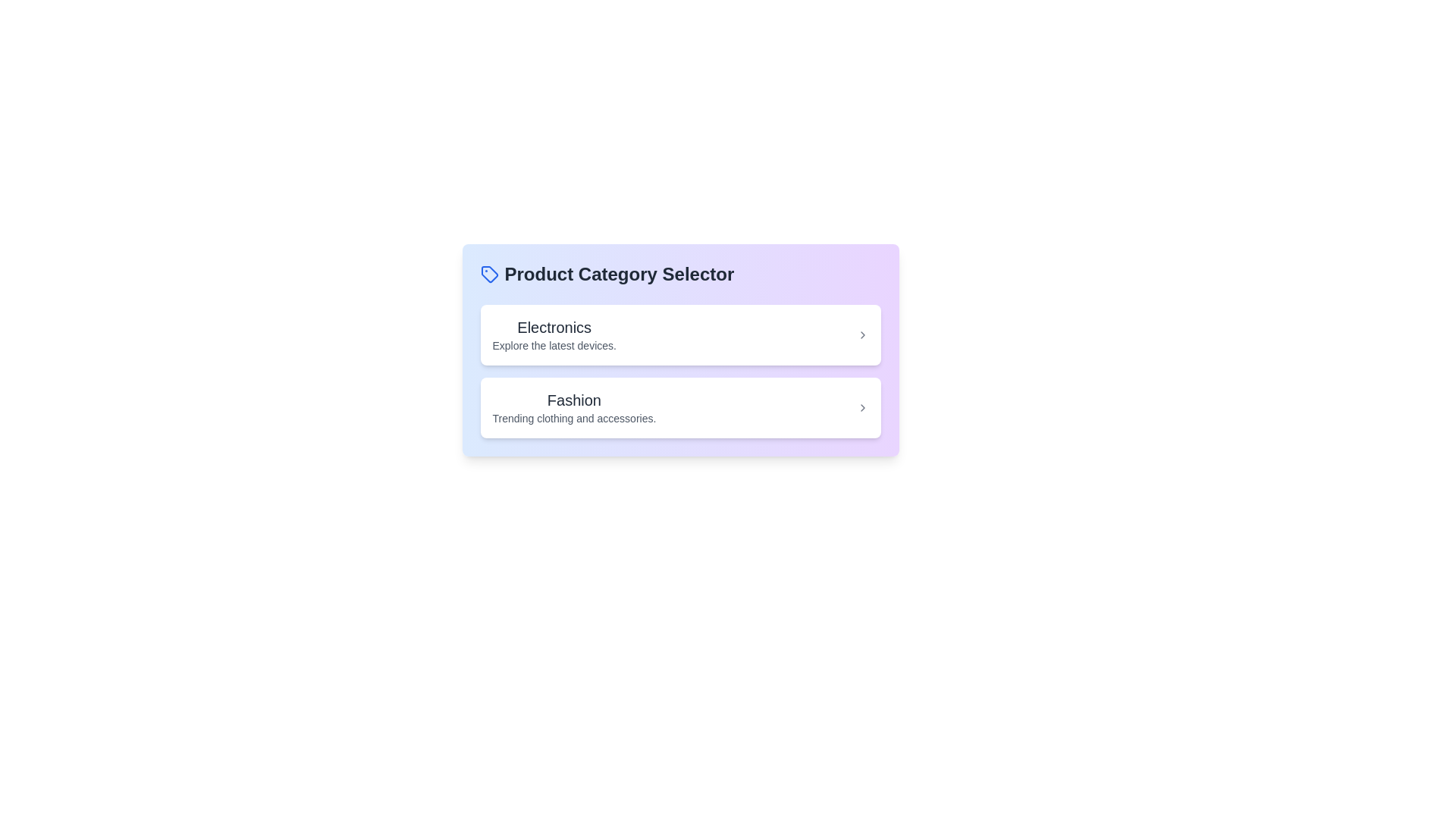 The image size is (1456, 819). I want to click on the text label reading 'Explore the latest devices.' which is located within the 'Electronics' category card, positioned below the main label 'Electronics', so click(554, 345).